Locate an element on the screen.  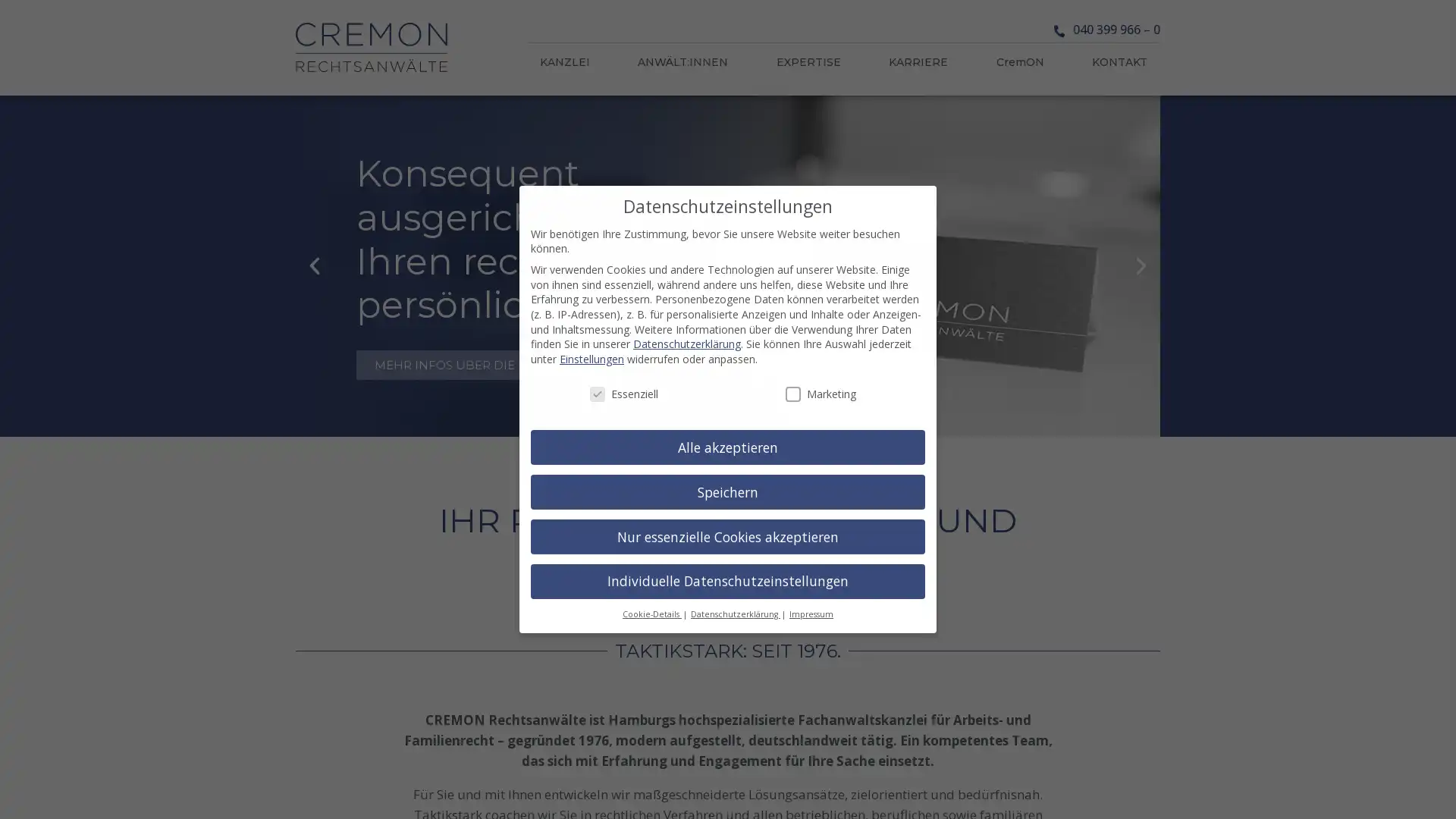
Individuelle Datenschutzeinstellungen is located at coordinates (728, 581).